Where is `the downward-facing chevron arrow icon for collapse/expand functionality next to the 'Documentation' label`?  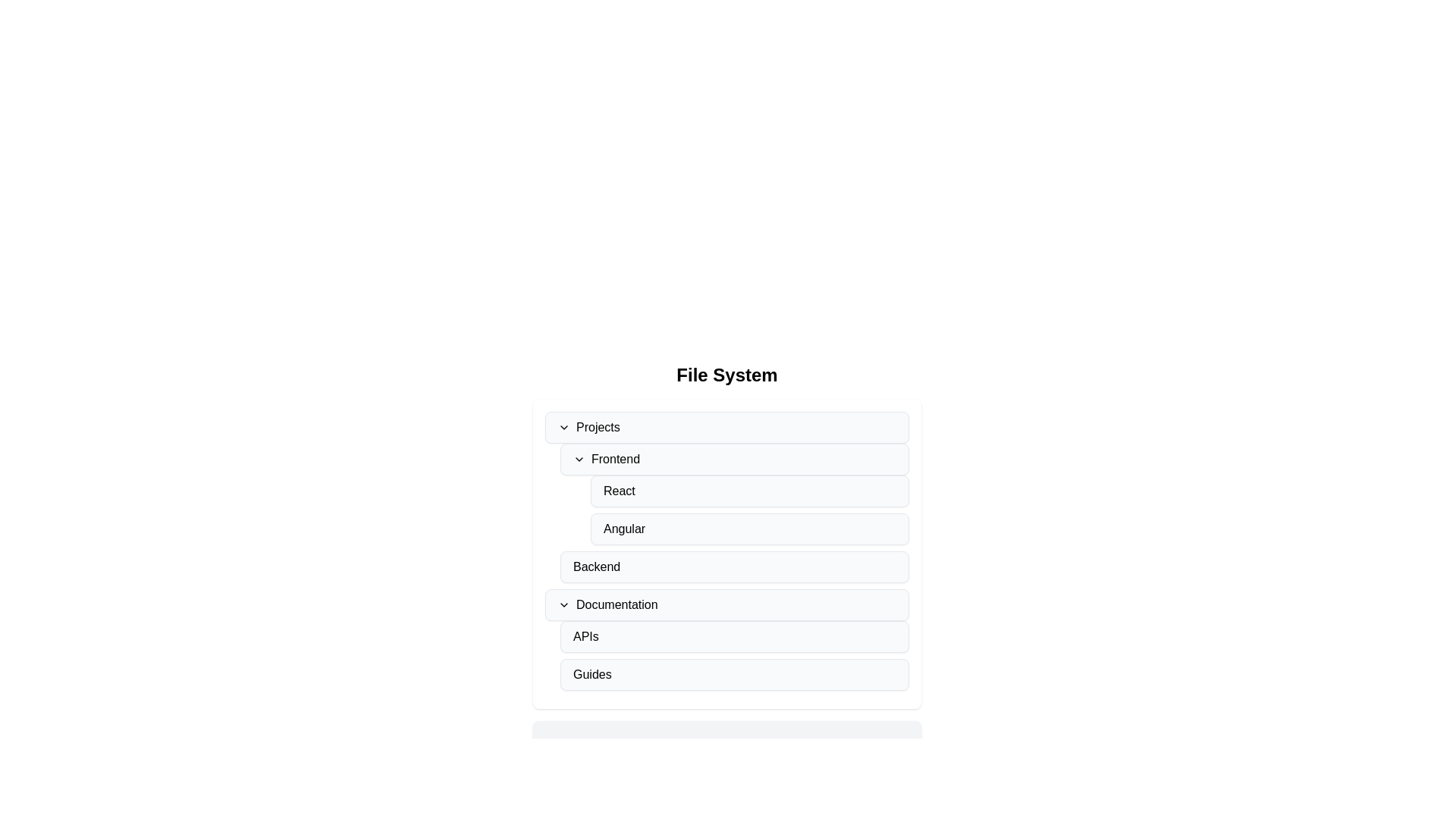 the downward-facing chevron arrow icon for collapse/expand functionality next to the 'Documentation' label is located at coordinates (563, 604).